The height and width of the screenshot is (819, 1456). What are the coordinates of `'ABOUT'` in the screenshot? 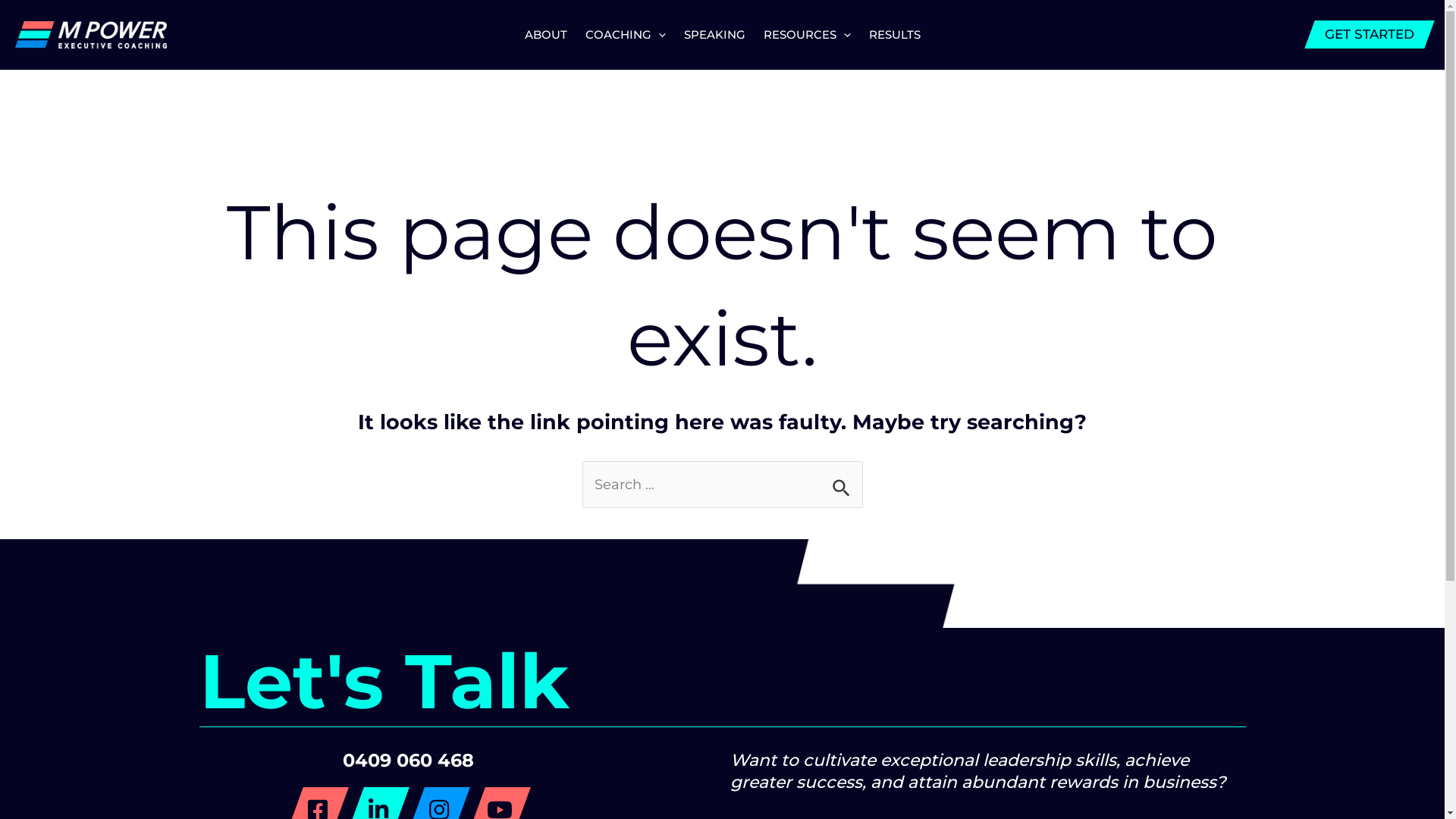 It's located at (546, 34).